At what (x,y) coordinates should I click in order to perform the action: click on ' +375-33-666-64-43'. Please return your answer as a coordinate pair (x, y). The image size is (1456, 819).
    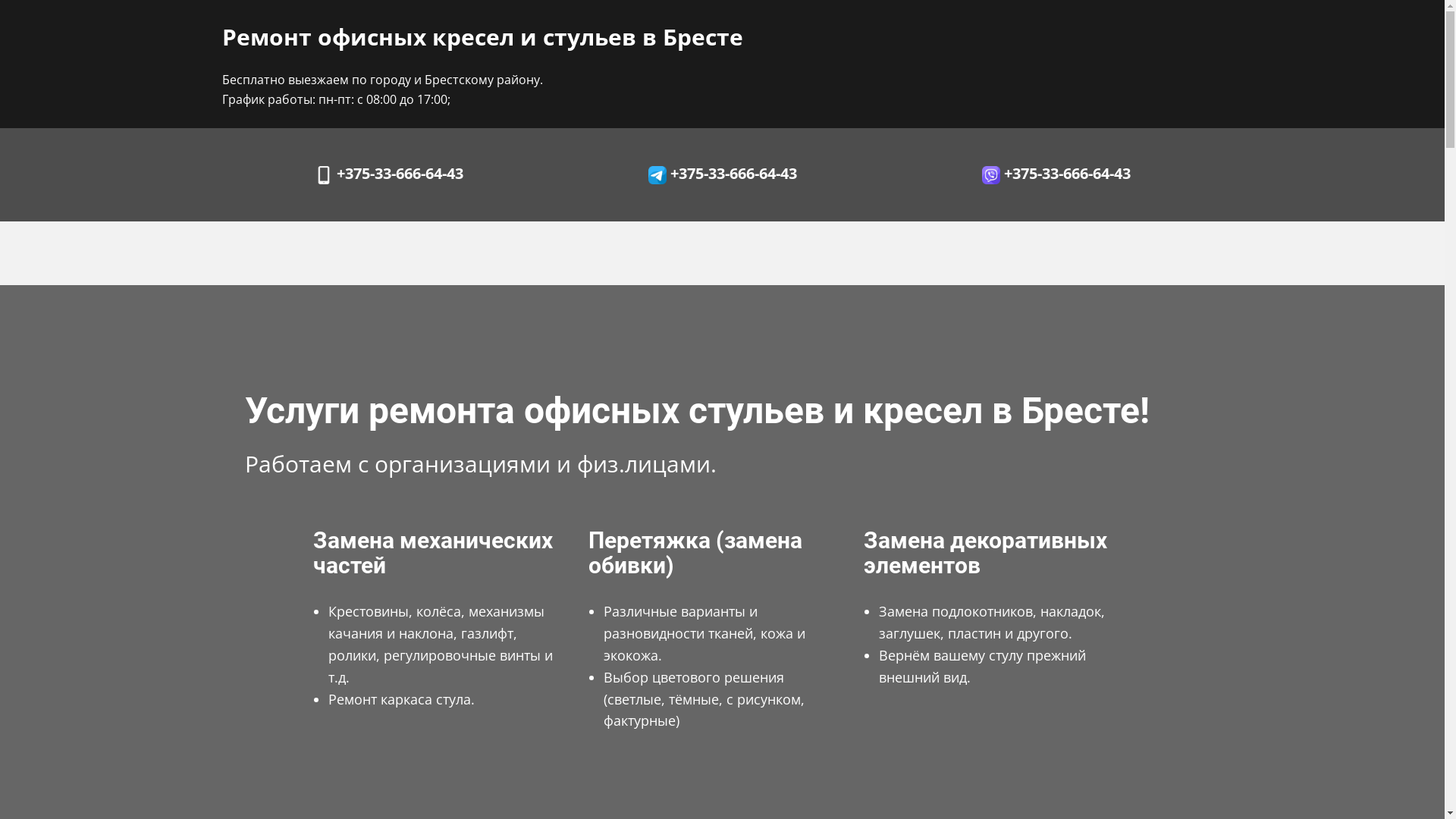
    Looking at the image, I should click on (720, 174).